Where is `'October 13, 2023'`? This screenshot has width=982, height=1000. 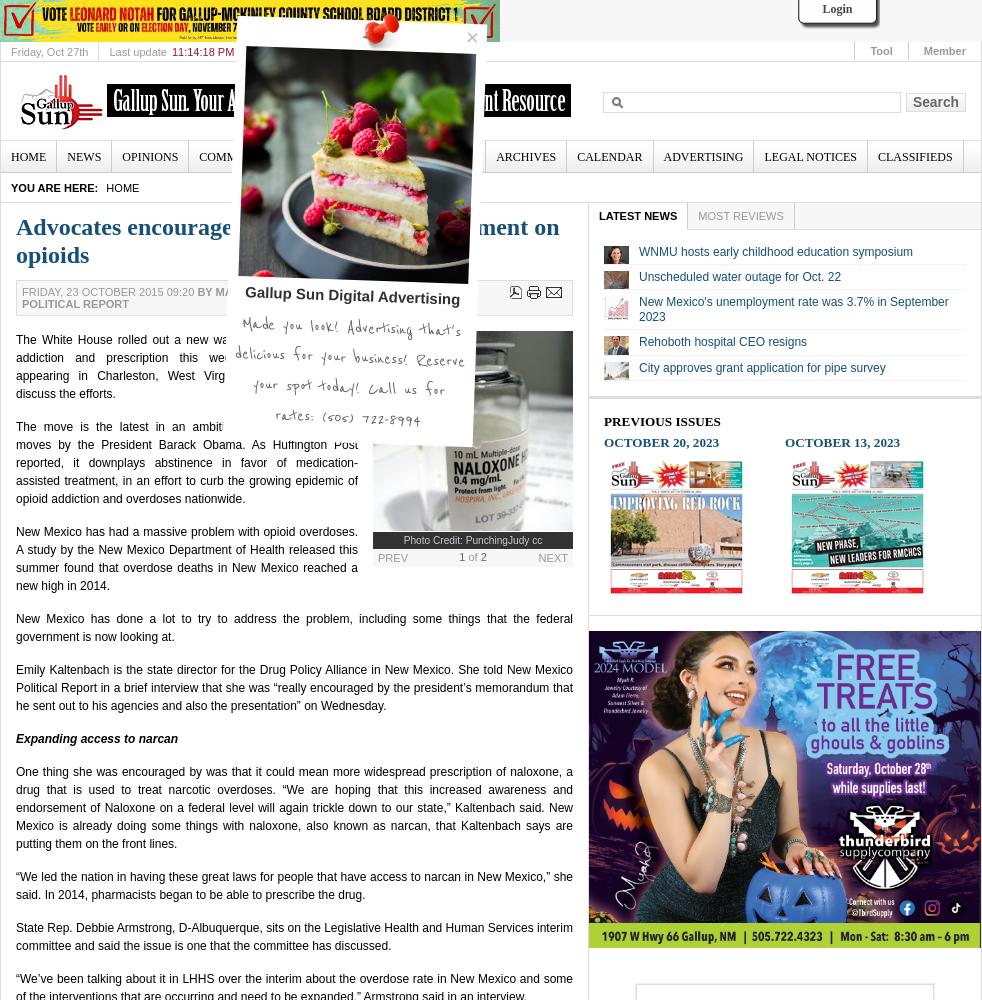
'October 13, 2023' is located at coordinates (842, 440).